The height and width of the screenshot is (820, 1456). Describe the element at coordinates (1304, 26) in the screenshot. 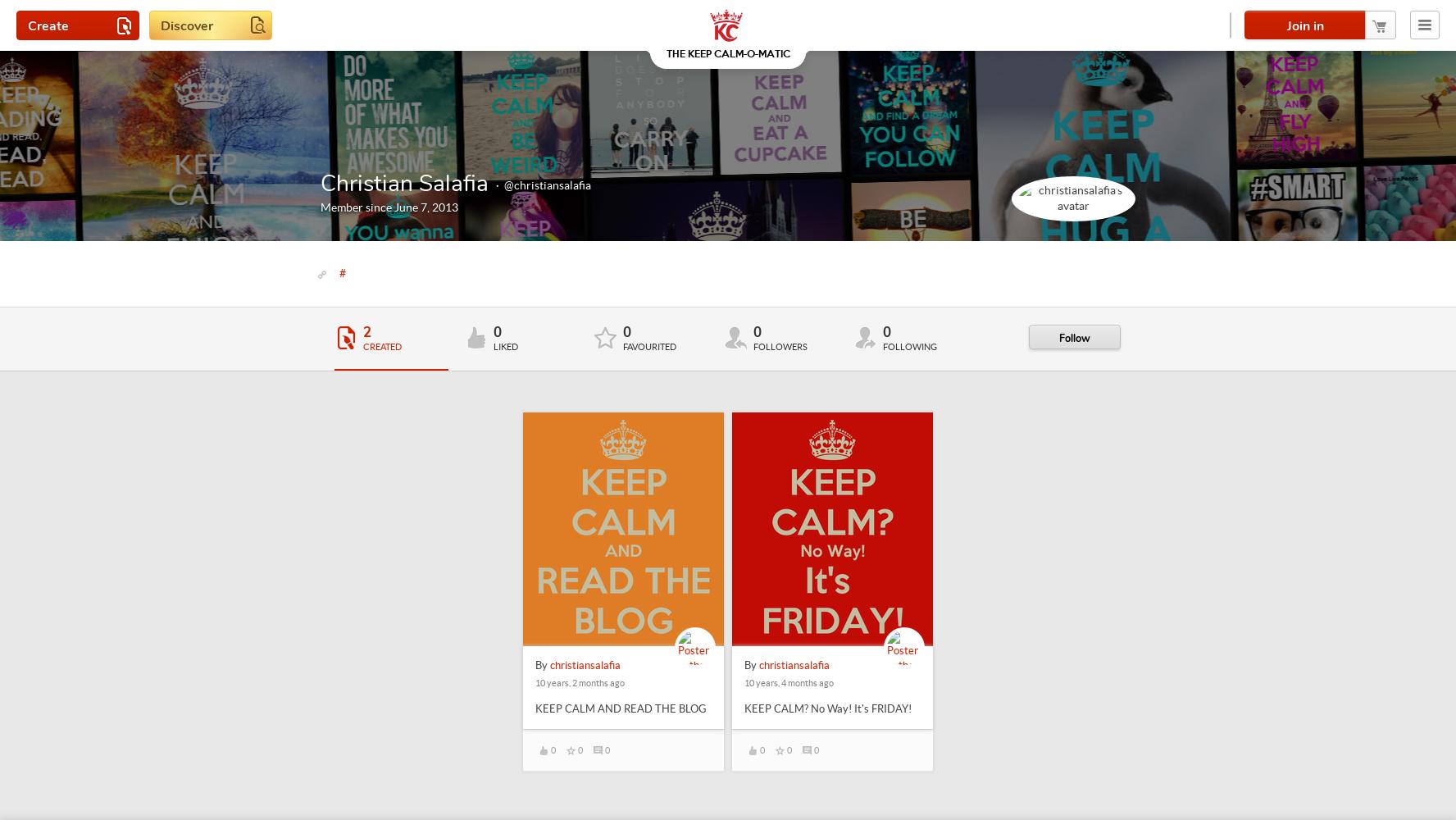

I see `'Join in'` at that location.